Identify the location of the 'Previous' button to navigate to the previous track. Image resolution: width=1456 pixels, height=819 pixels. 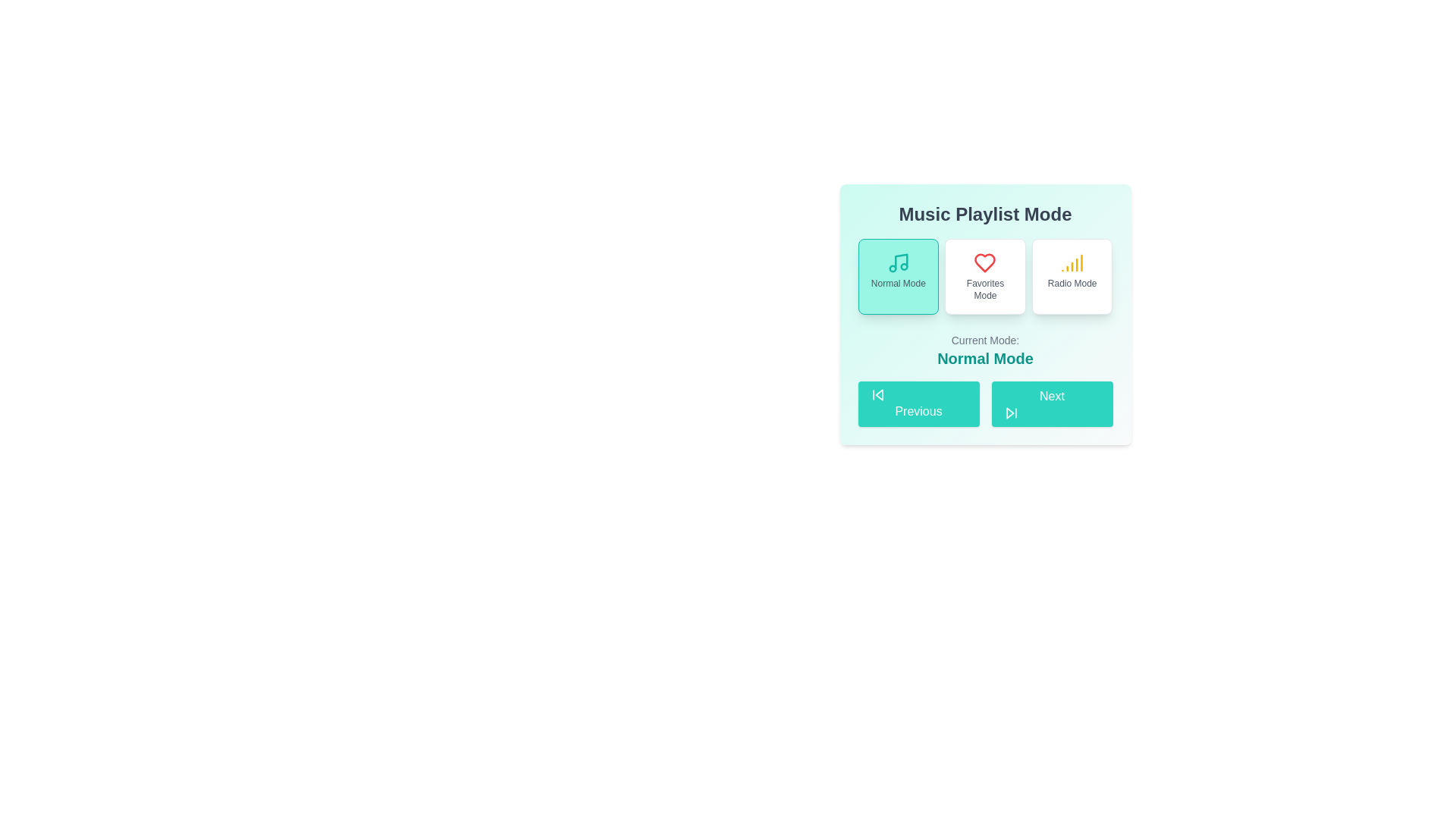
(918, 403).